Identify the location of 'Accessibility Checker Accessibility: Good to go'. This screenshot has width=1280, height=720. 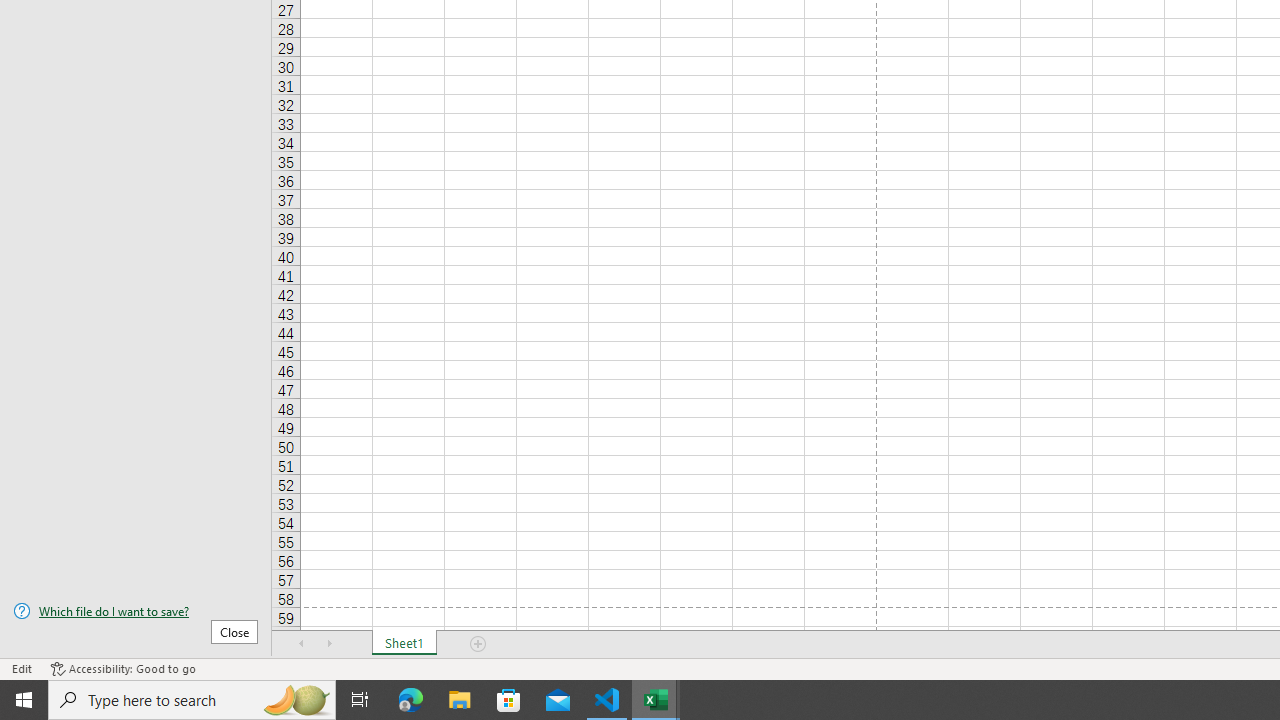
(122, 669).